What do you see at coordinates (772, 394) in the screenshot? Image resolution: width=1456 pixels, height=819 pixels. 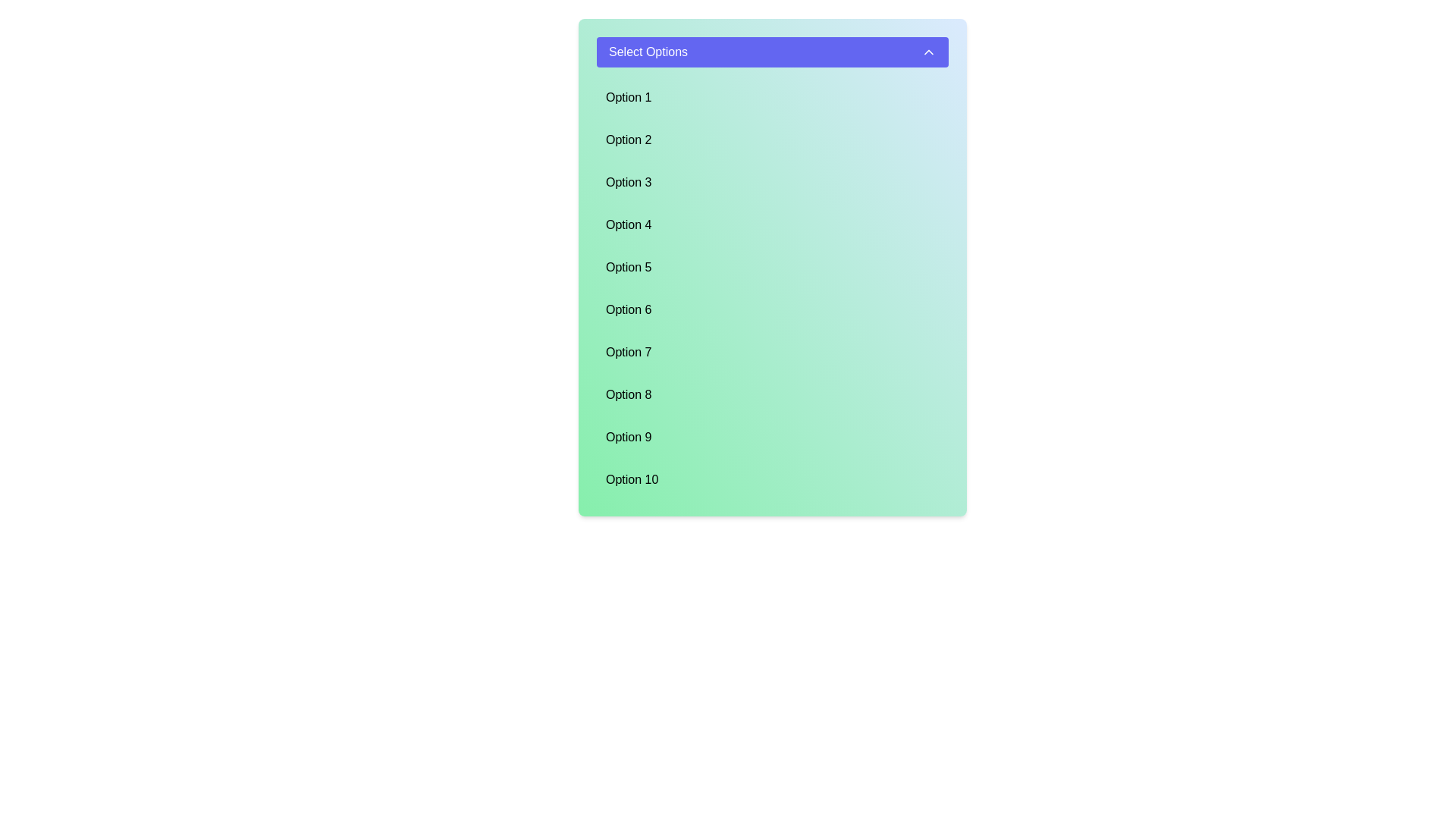 I see `the eighth selectable option in a vertical list on a light green panel` at bounding box center [772, 394].